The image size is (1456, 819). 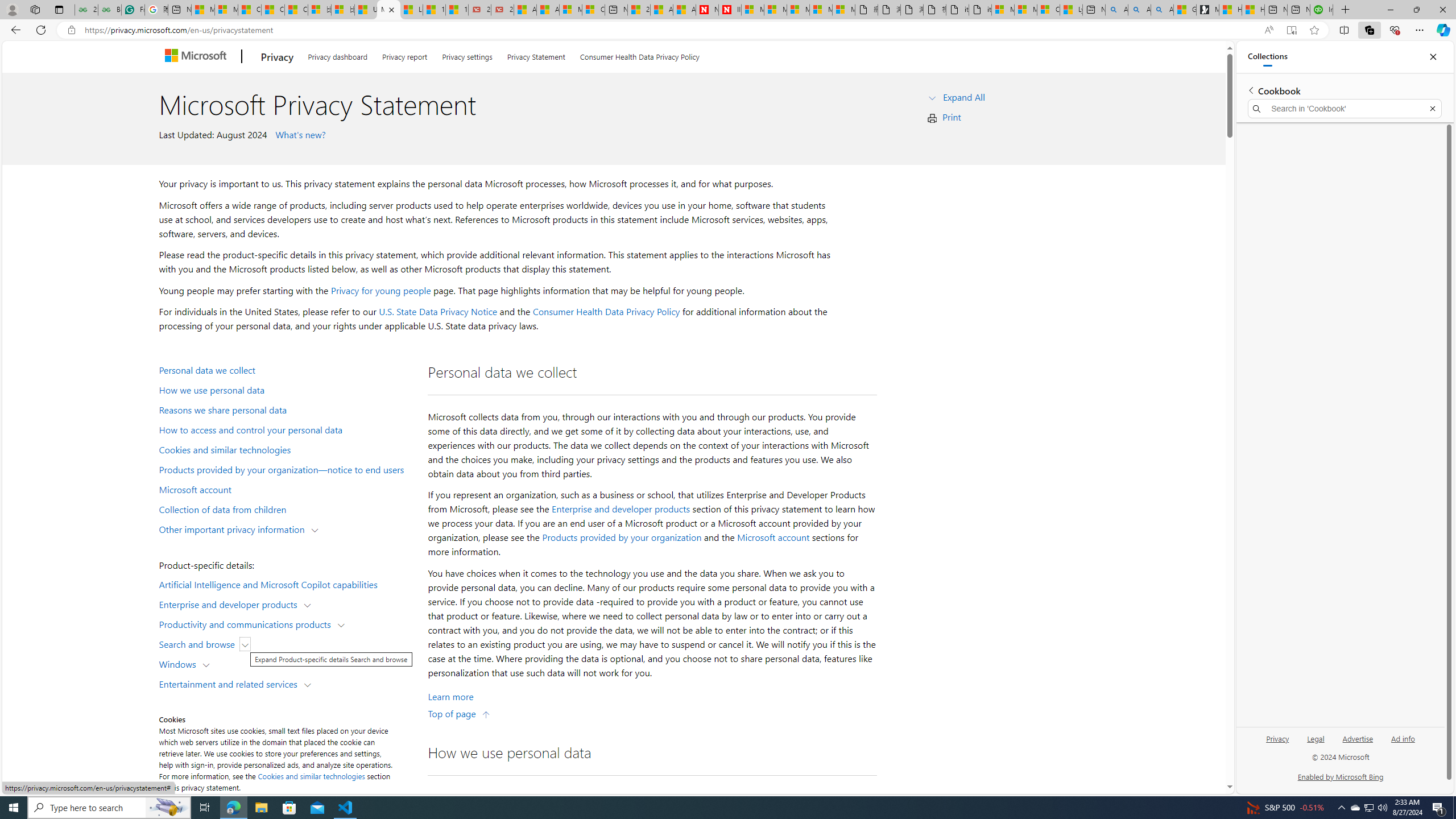 I want to click on 'Search and browse', so click(x=199, y=643).